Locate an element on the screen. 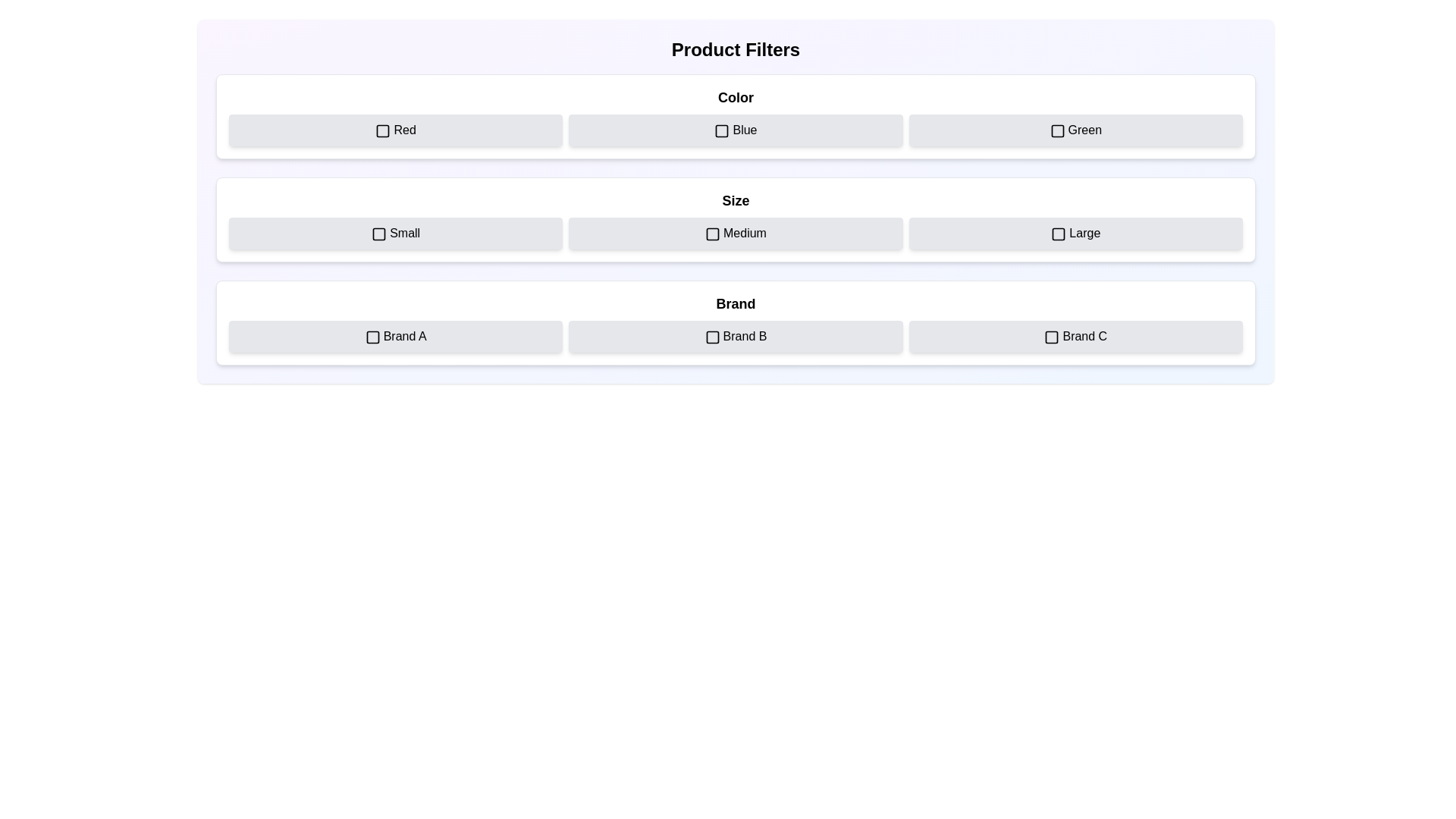 The height and width of the screenshot is (819, 1456). the 'Medium' button with an embedded checkbox icon is located at coordinates (736, 234).